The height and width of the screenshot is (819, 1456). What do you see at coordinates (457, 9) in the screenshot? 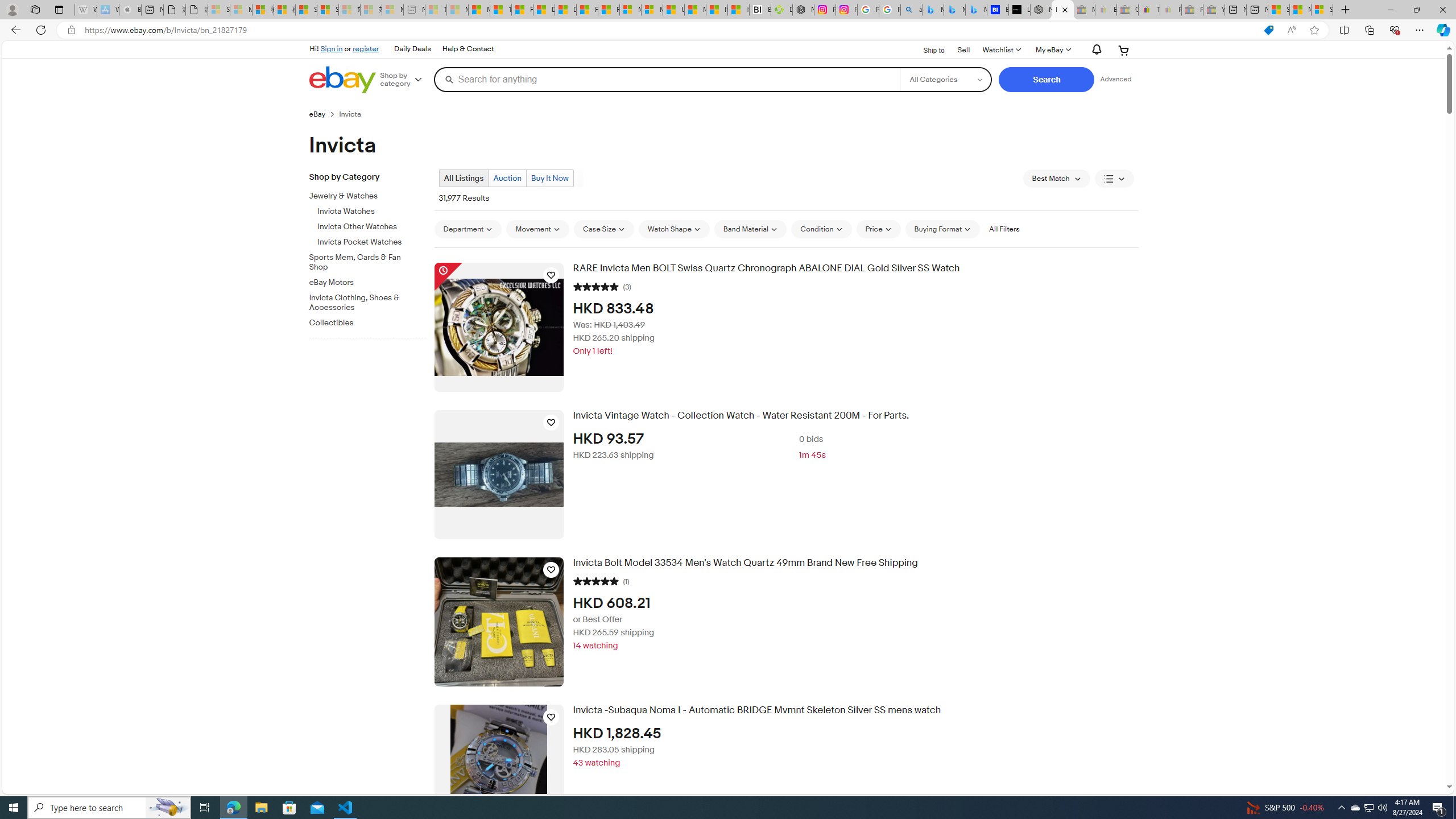
I see `'Marine life - MSN - Sleeping'` at bounding box center [457, 9].